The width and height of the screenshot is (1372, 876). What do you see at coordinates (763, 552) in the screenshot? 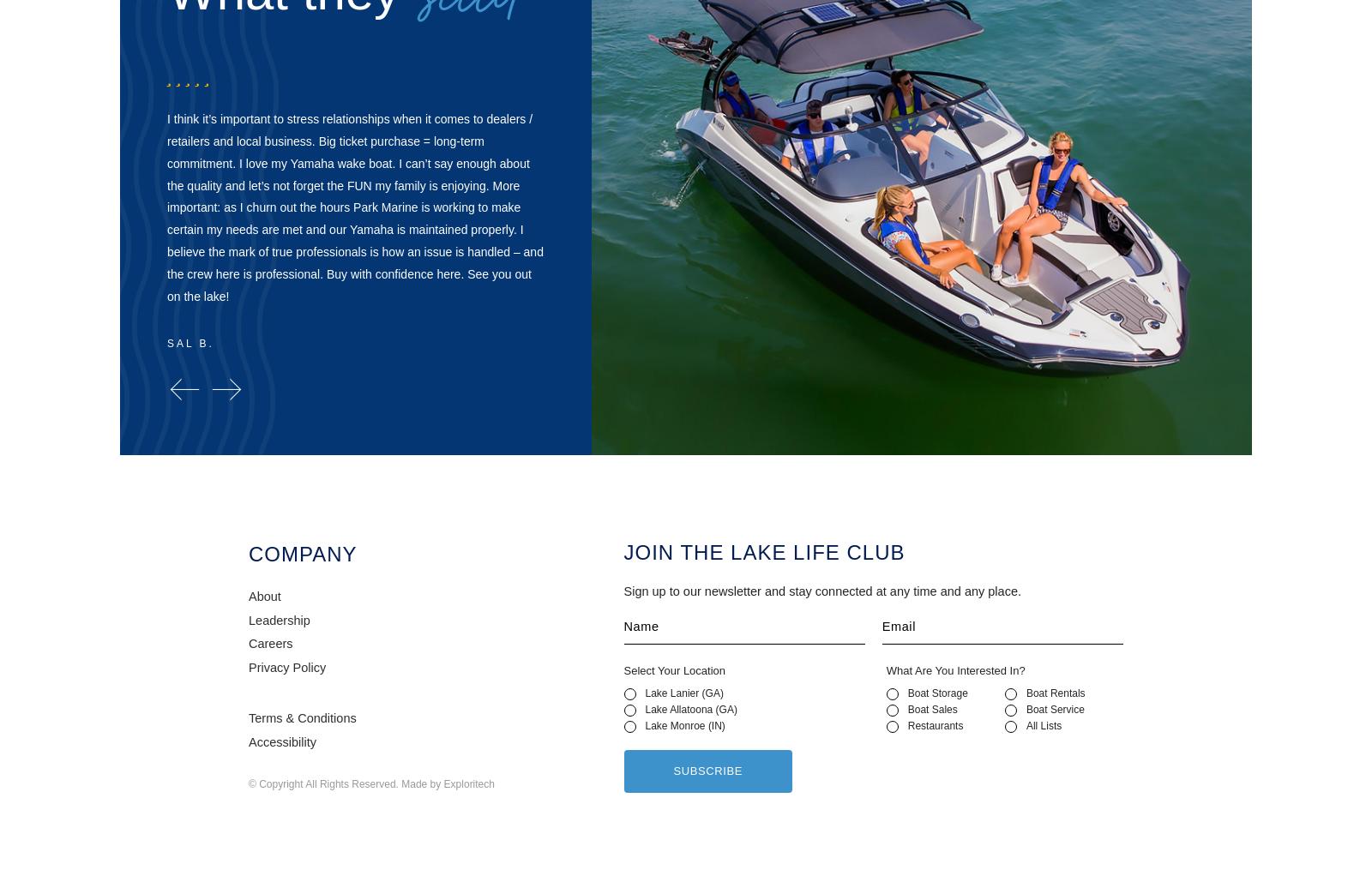
I see `'Join the Lake Life Club'` at bounding box center [763, 552].